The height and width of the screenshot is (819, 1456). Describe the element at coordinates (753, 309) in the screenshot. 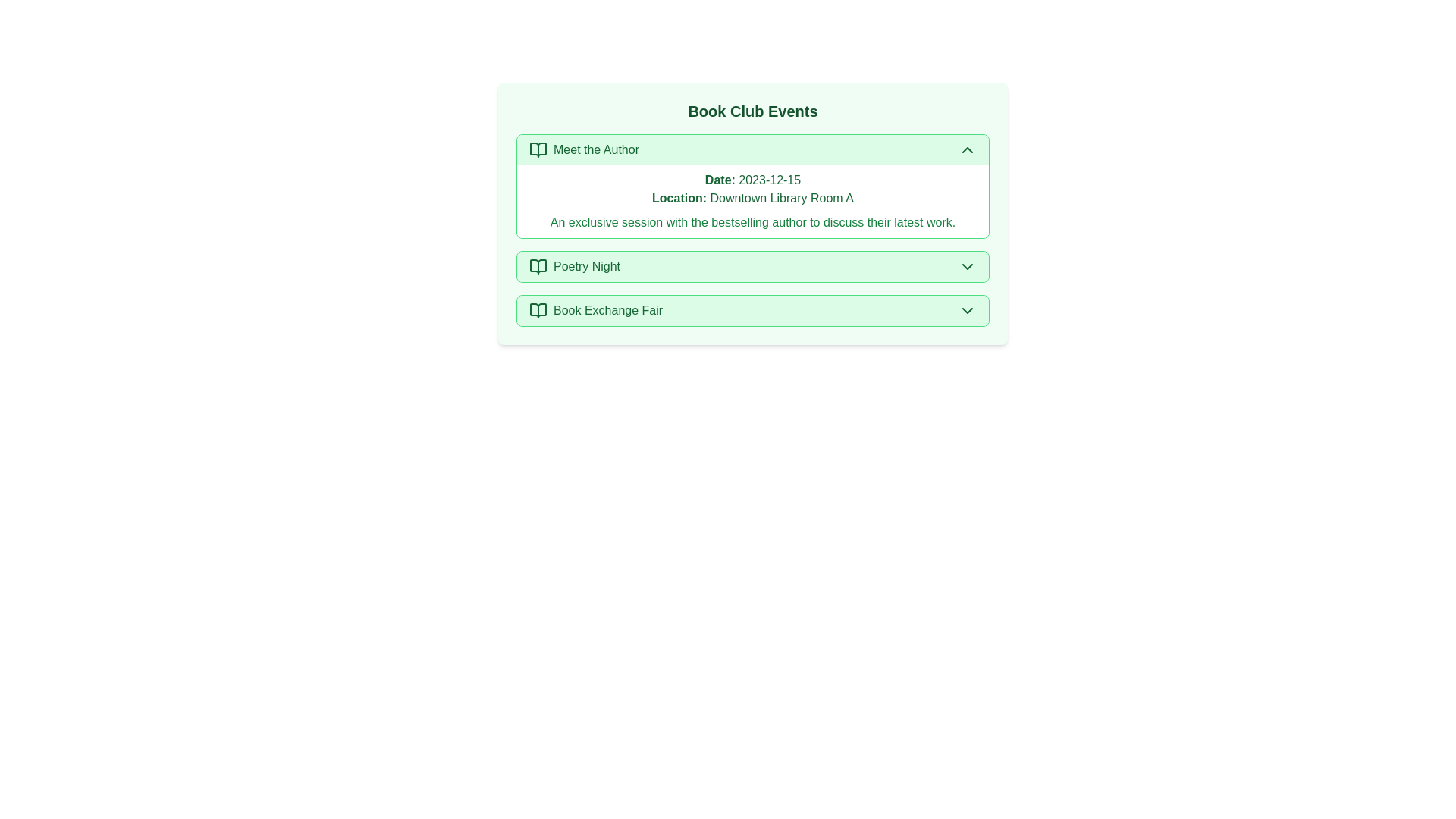

I see `'Book Exchange Fair' button, which is a horizontally elongated rectangular button with a light green background and text in bold green font, using developer tools` at that location.